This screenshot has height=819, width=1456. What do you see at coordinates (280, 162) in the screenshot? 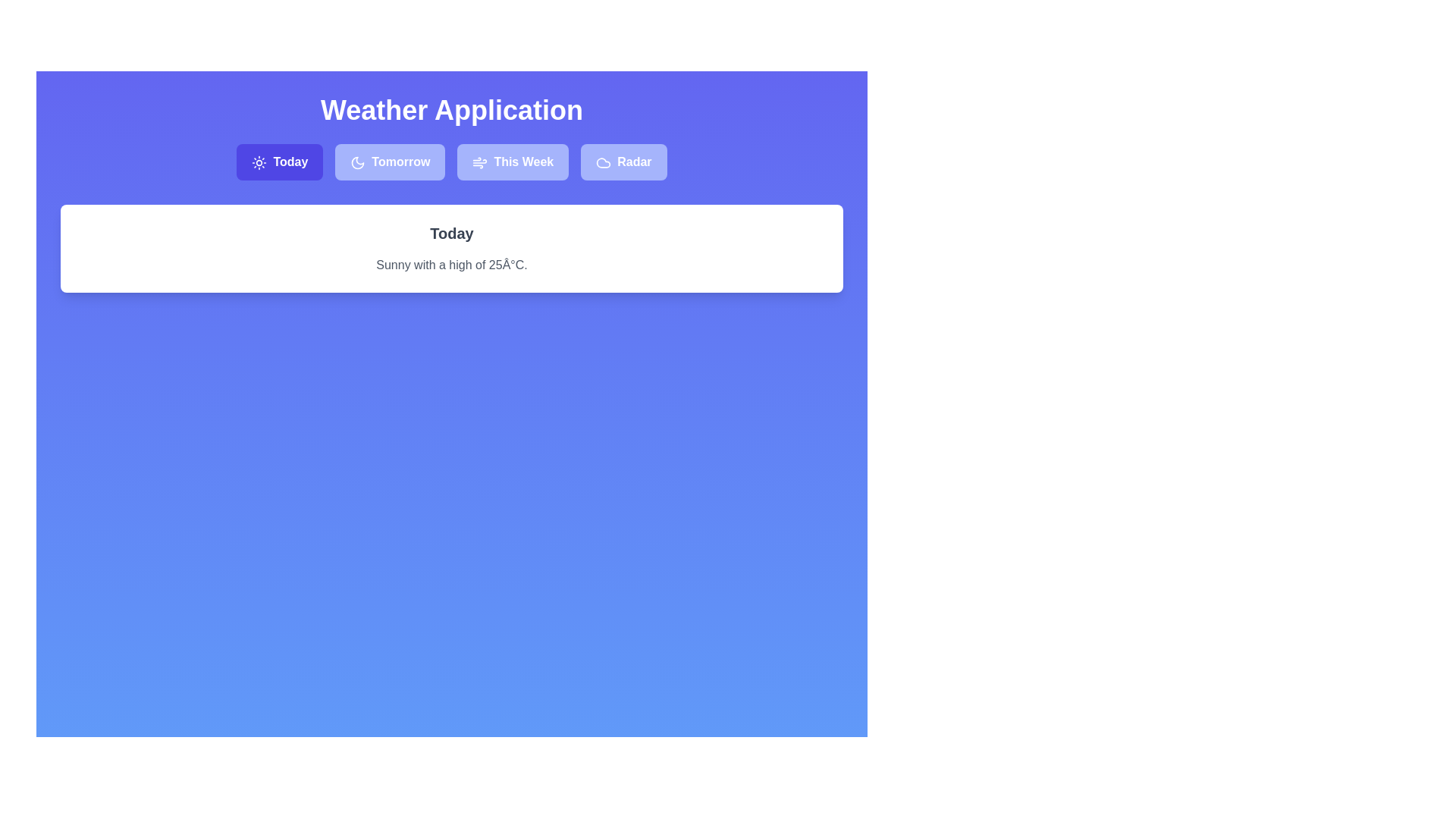
I see `the tab labeled 'Today' to observe the visual change in highlighting` at bounding box center [280, 162].